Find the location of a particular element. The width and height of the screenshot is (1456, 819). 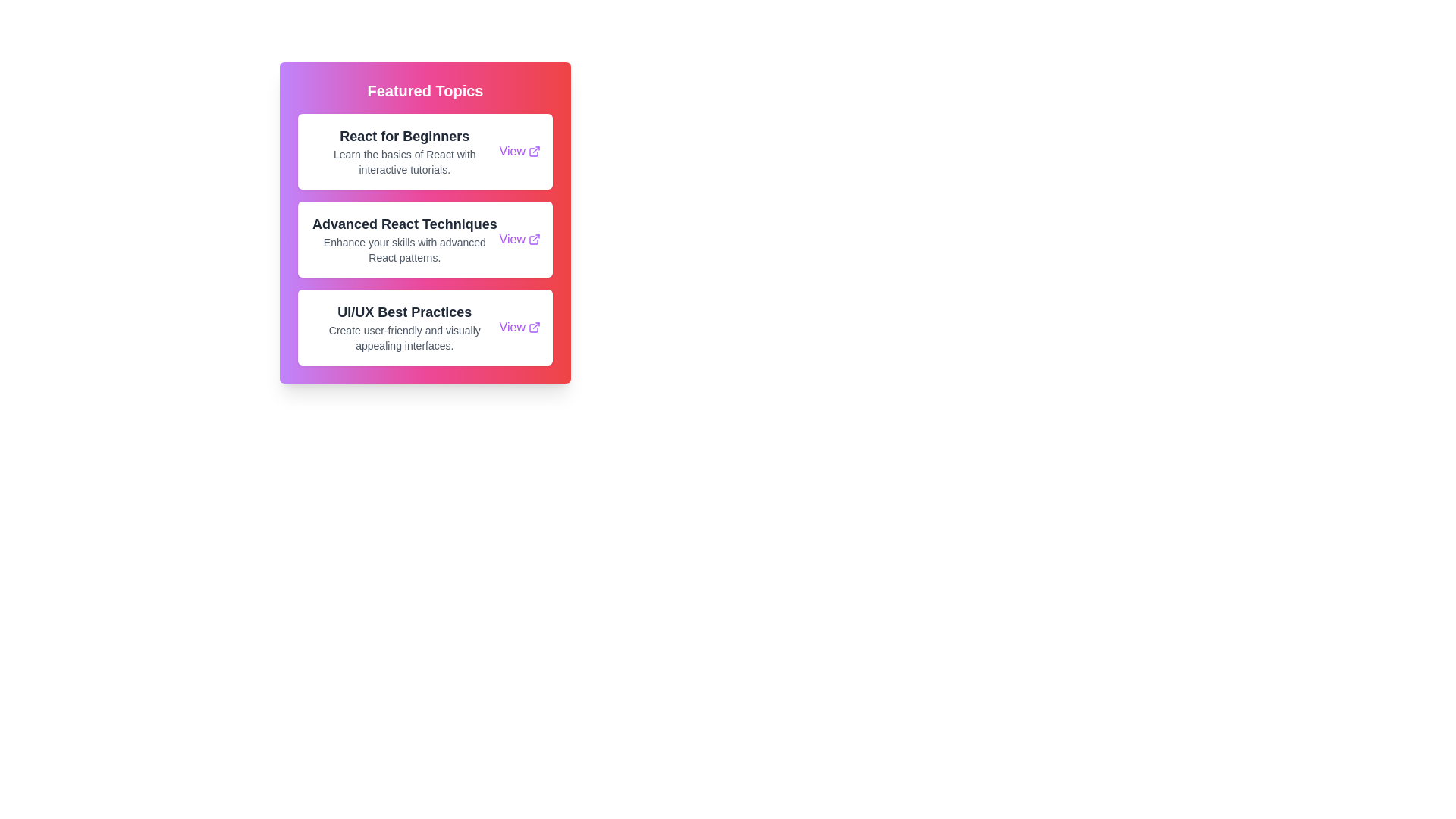

the text block that serves as a descriptive title and subtitle for advanced React techniques, located as the second card in the Featured Topics section, positioned below 'React for Beginners' and above 'UI/UX Best Practices' is located at coordinates (404, 239).